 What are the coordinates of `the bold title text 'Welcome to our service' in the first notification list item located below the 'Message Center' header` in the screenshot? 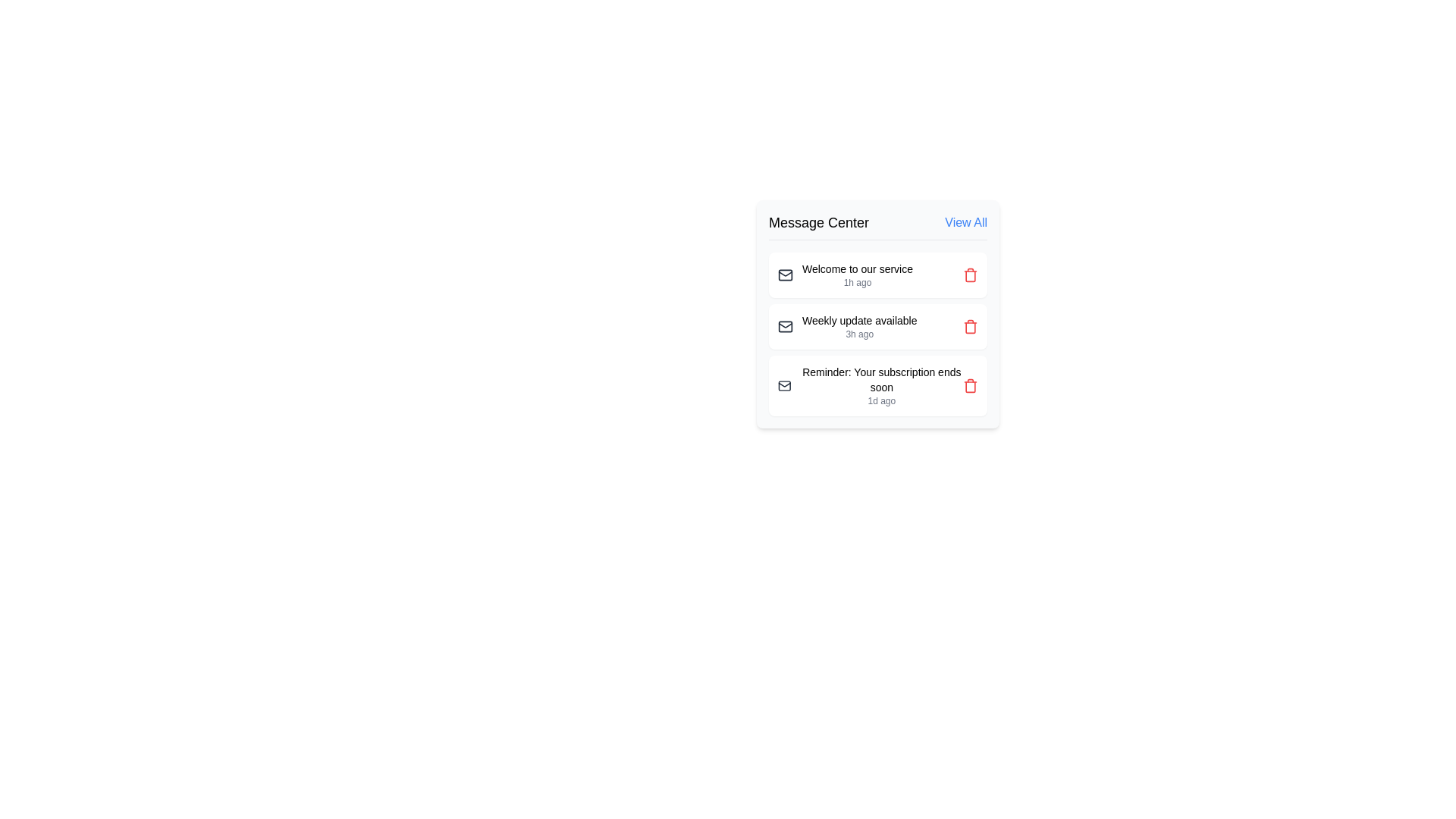 It's located at (844, 275).